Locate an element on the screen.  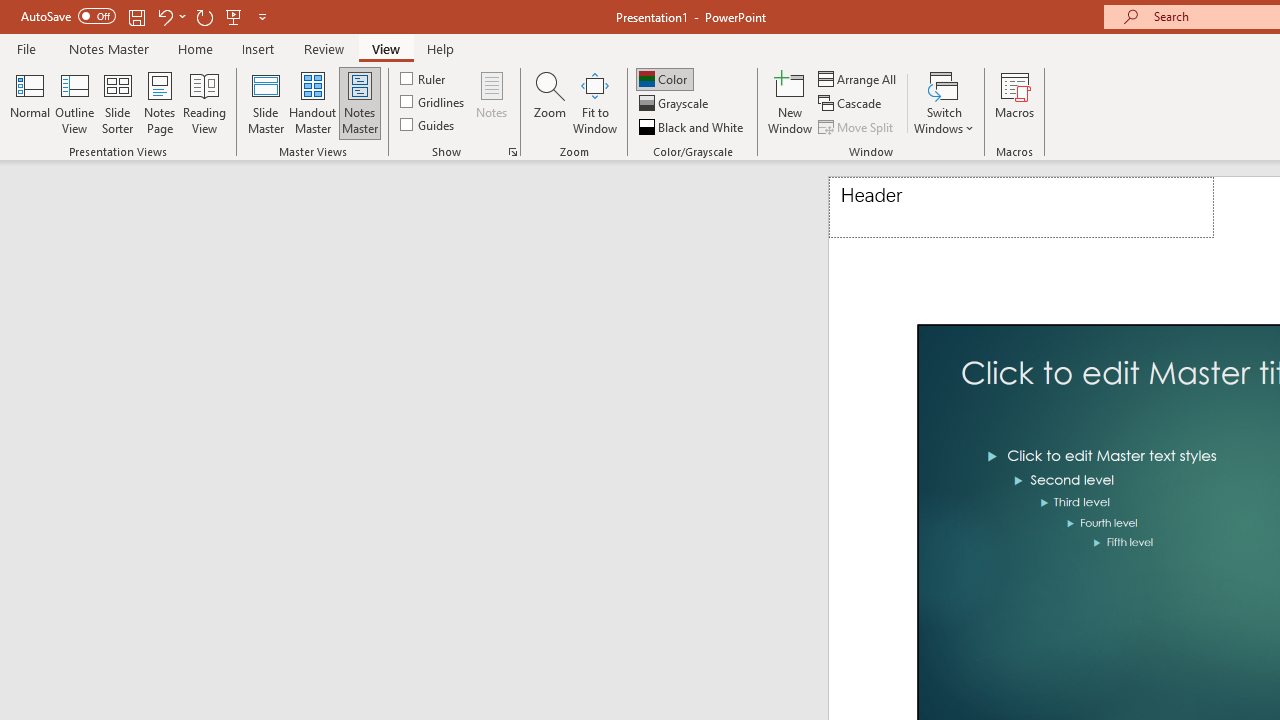
'Guides' is located at coordinates (427, 124).